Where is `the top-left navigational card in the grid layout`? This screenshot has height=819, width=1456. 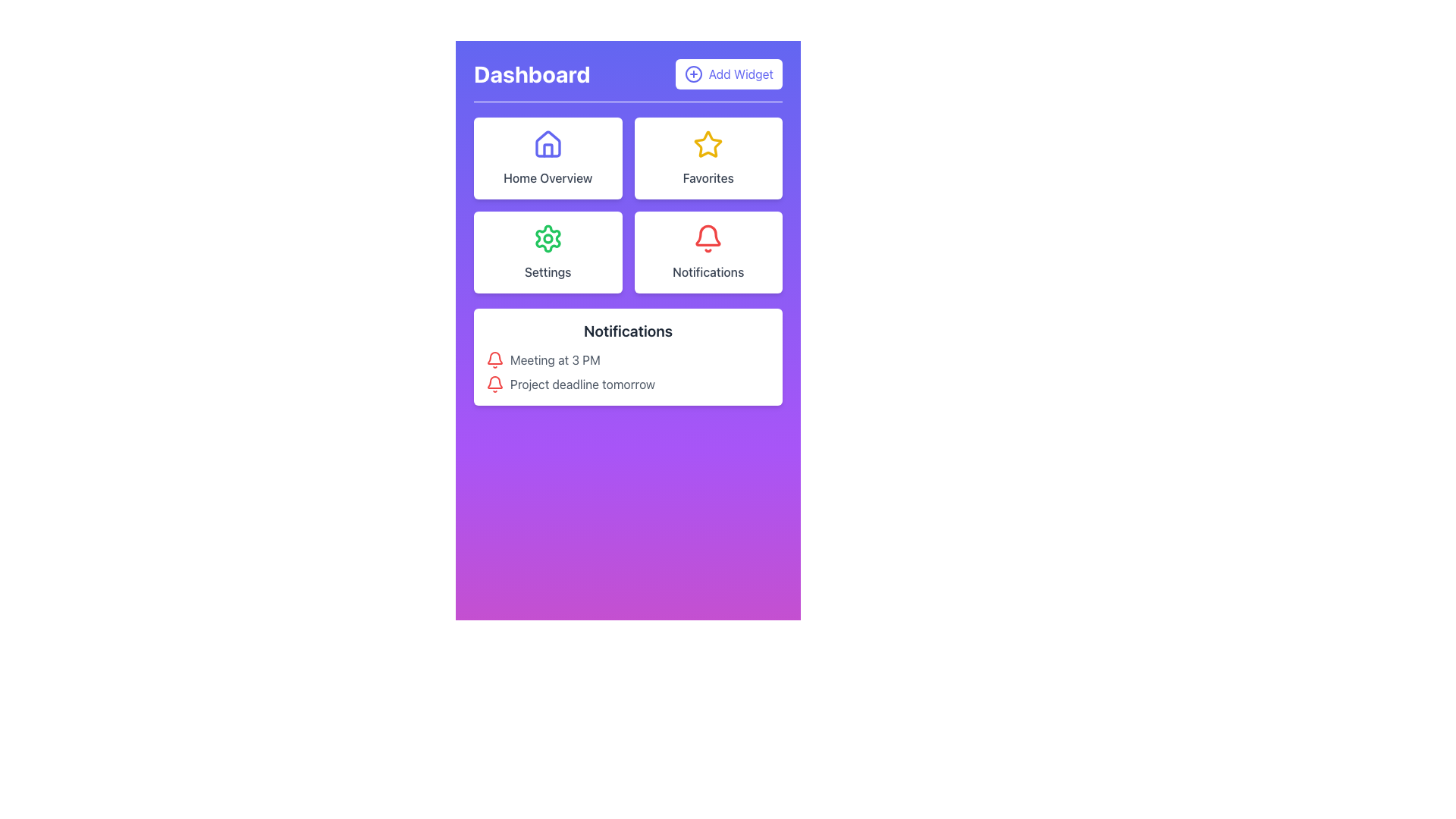
the top-left navigational card in the grid layout is located at coordinates (547, 158).